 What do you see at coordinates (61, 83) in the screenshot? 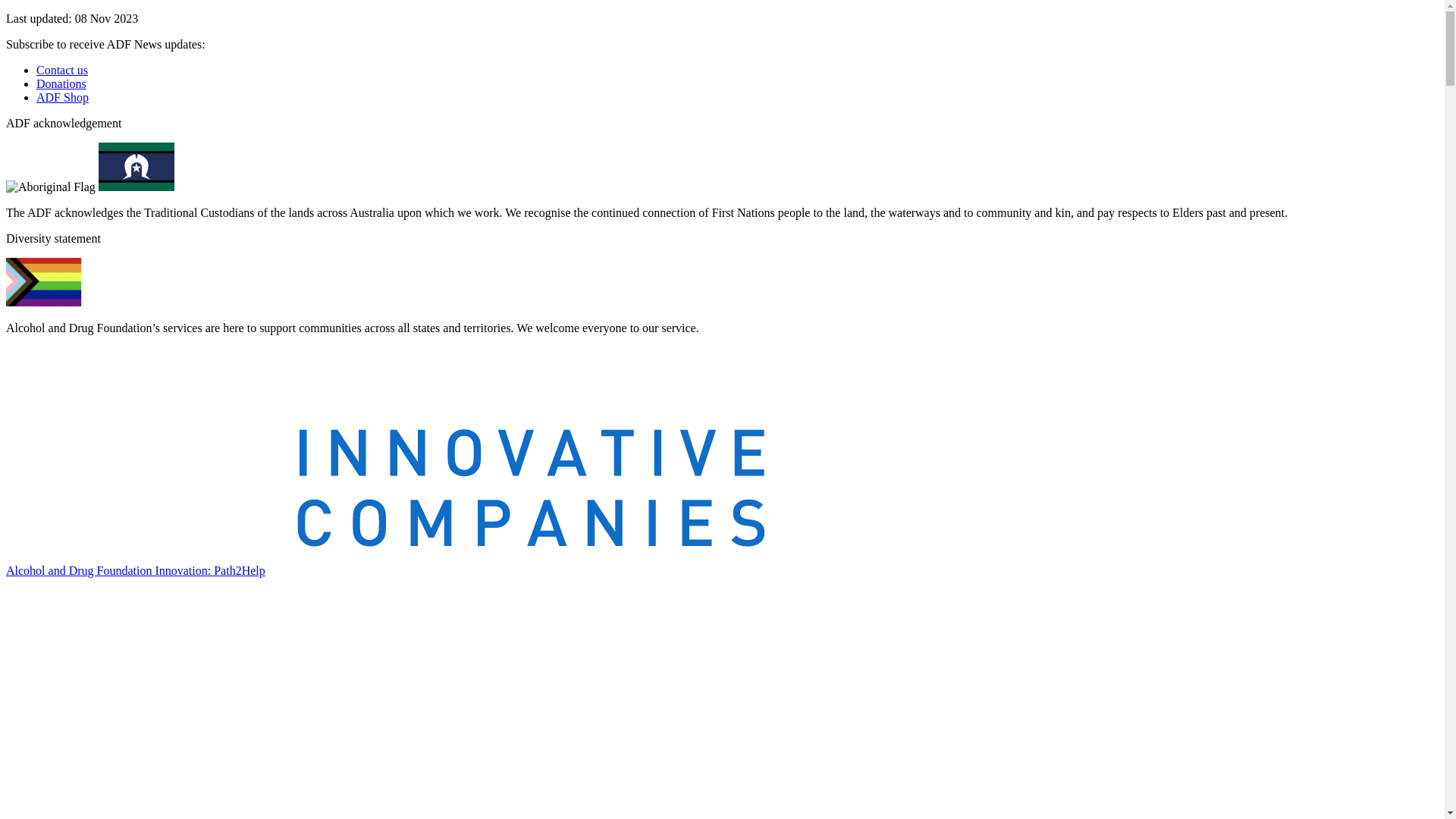
I see `'Donations'` at bounding box center [61, 83].